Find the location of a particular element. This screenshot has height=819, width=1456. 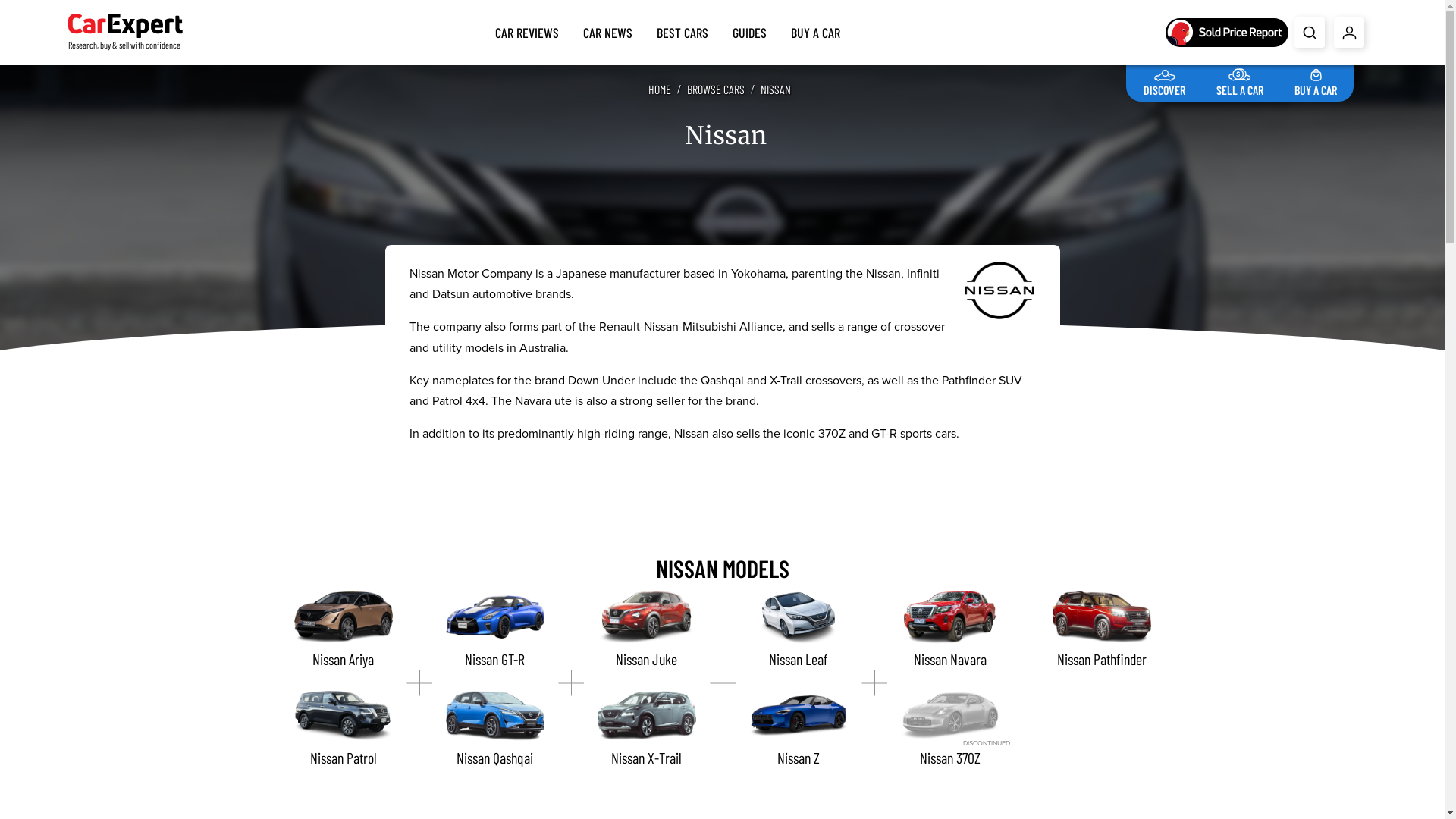

'Nissan Navara' is located at coordinates (949, 629).